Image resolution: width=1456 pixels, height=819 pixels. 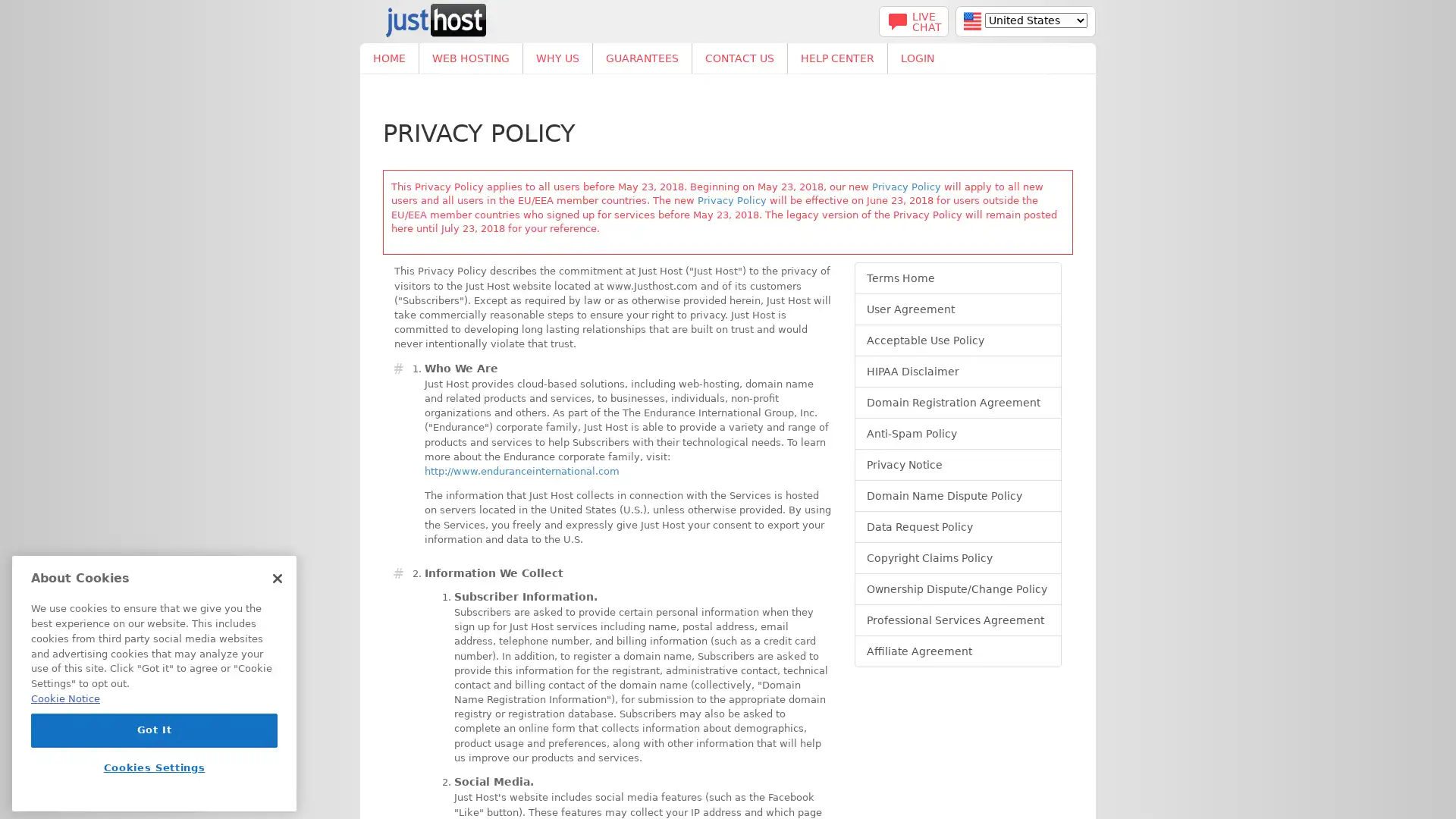 What do you see at coordinates (154, 730) in the screenshot?
I see `Got It` at bounding box center [154, 730].